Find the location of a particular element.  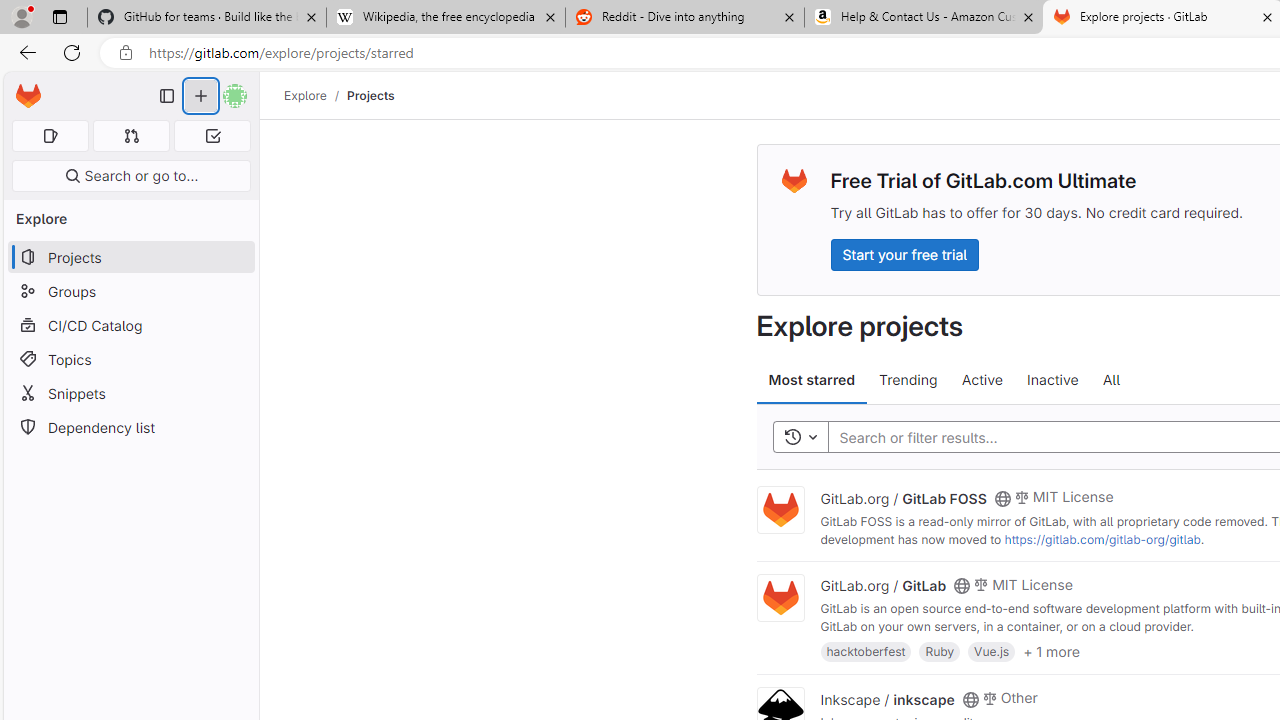

'Primary navigation sidebar' is located at coordinates (167, 96).